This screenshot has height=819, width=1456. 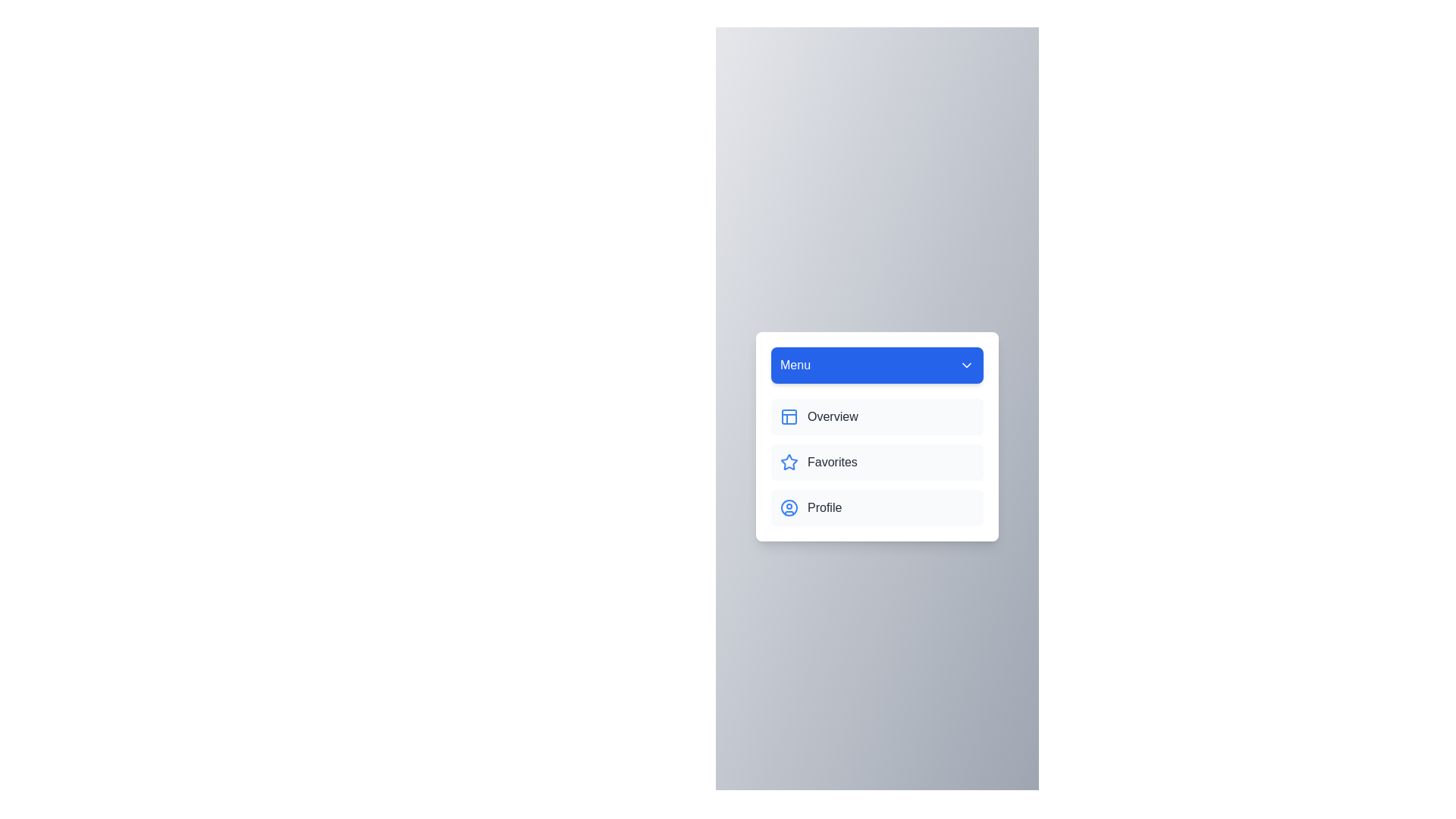 What do you see at coordinates (789, 508) in the screenshot?
I see `the icon of the Profile option in the menu` at bounding box center [789, 508].